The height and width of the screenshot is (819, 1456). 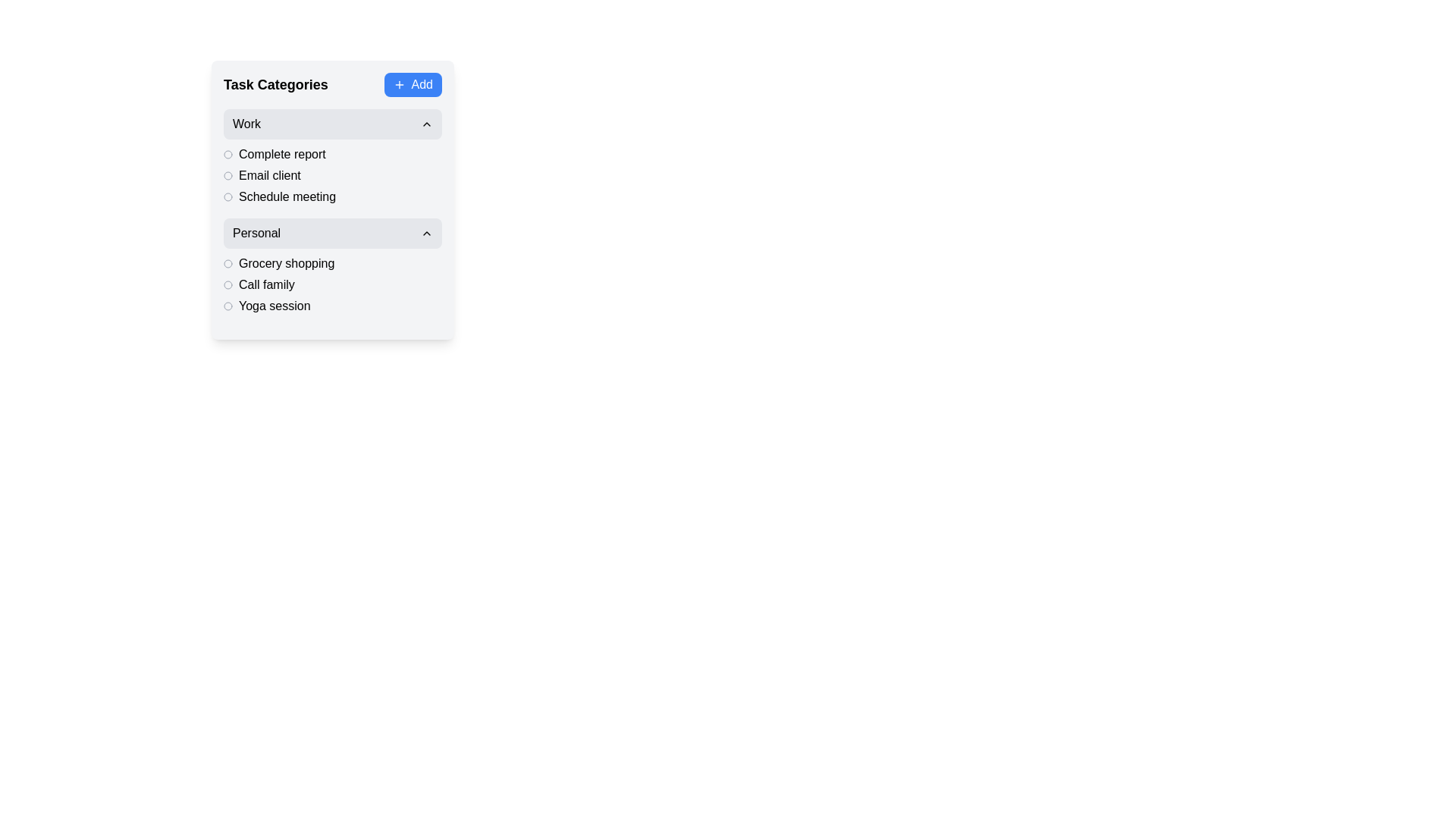 What do you see at coordinates (331, 196) in the screenshot?
I see `the 'Schedule meeting' list item which is the third item under the 'Work' task category` at bounding box center [331, 196].